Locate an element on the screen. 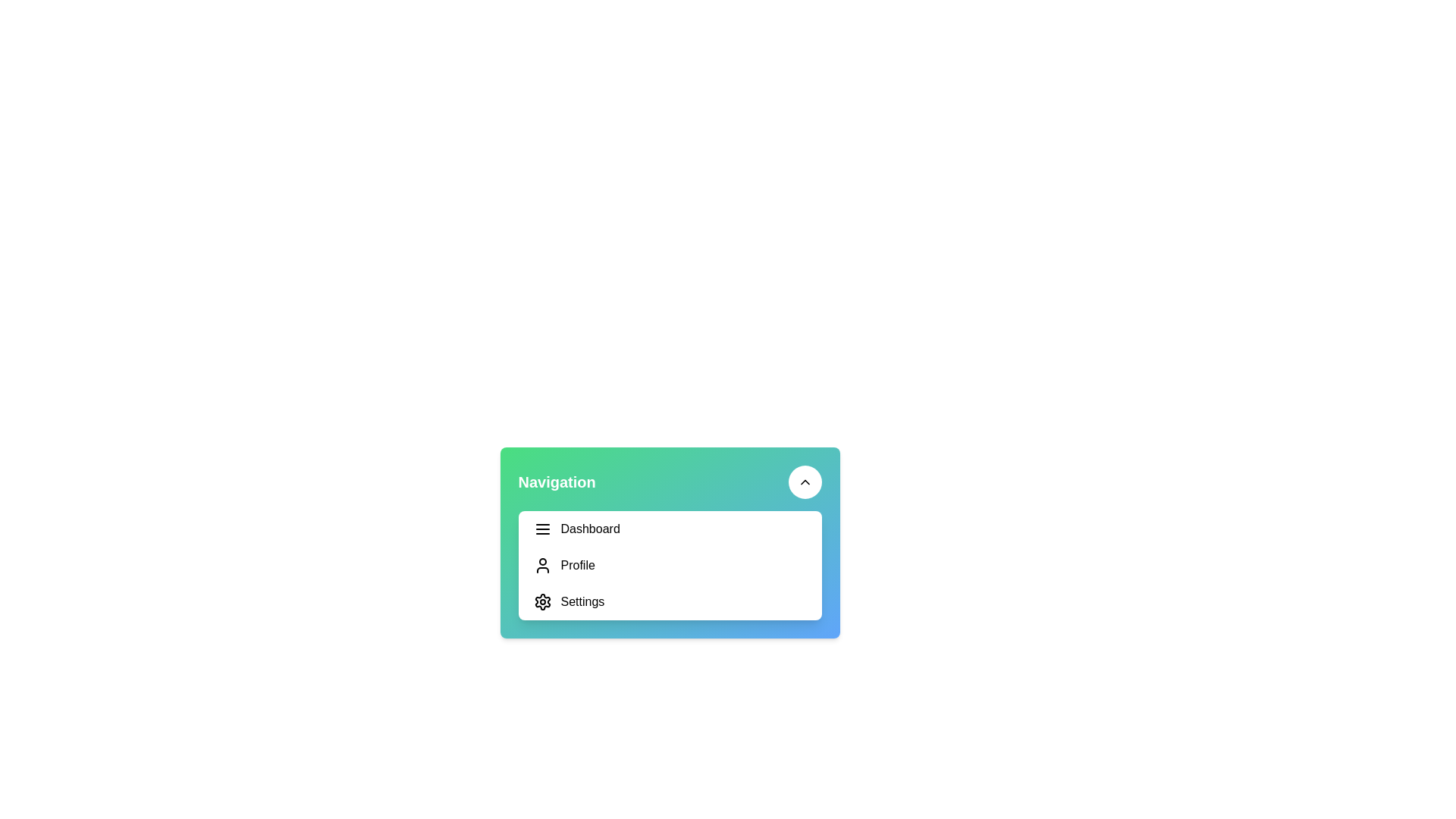 This screenshot has width=1456, height=819. the first item in the vertical list of options in the sidebar or dropdown menu, which serves as a navigational link to the dashboard view or main page of the application is located at coordinates (669, 529).